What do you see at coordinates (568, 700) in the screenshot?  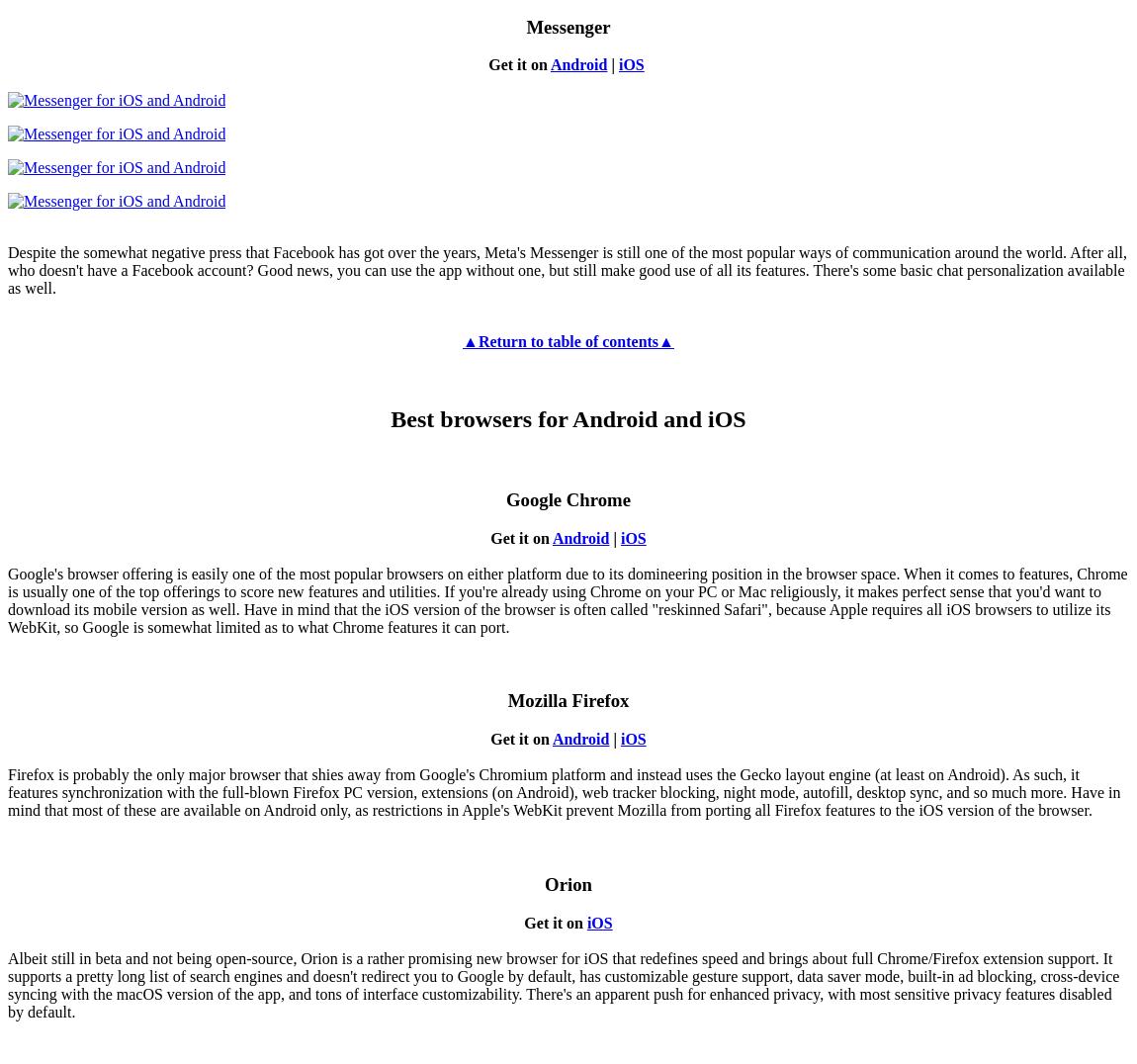 I see `'Mozilla Firefox'` at bounding box center [568, 700].